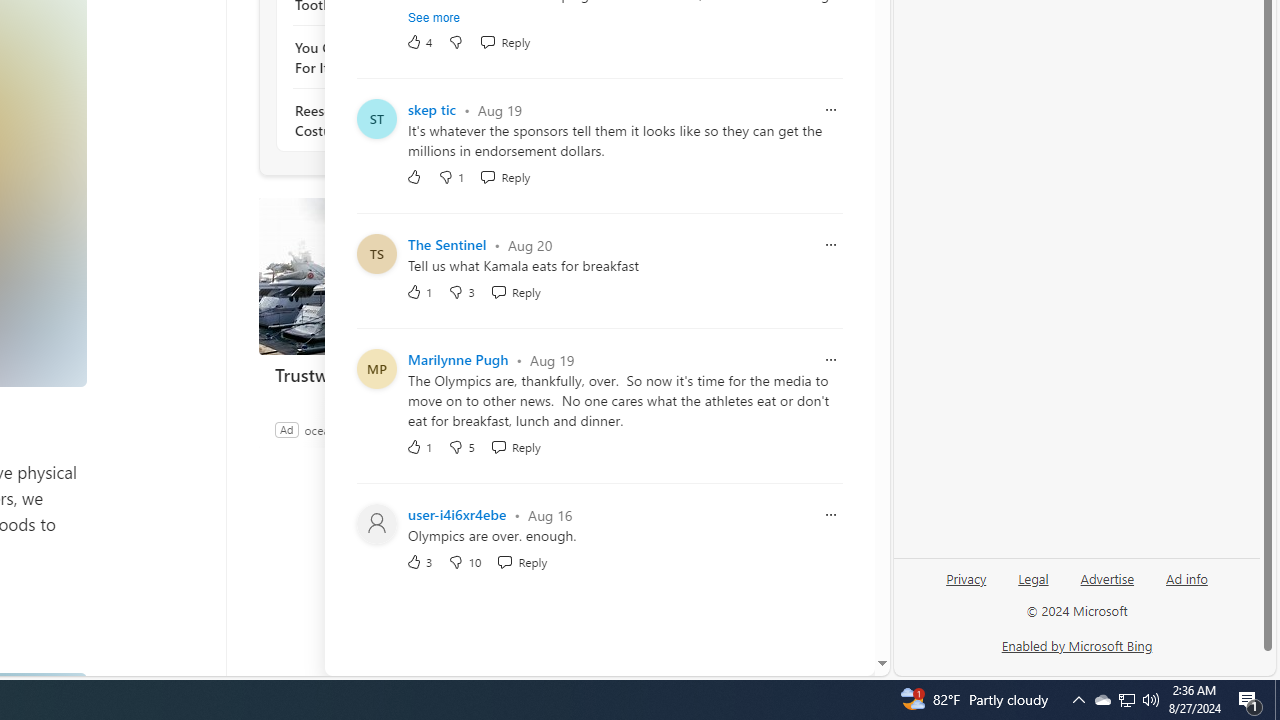 This screenshot has width=1280, height=720. What do you see at coordinates (831, 514) in the screenshot?
I see `'Report comment'` at bounding box center [831, 514].